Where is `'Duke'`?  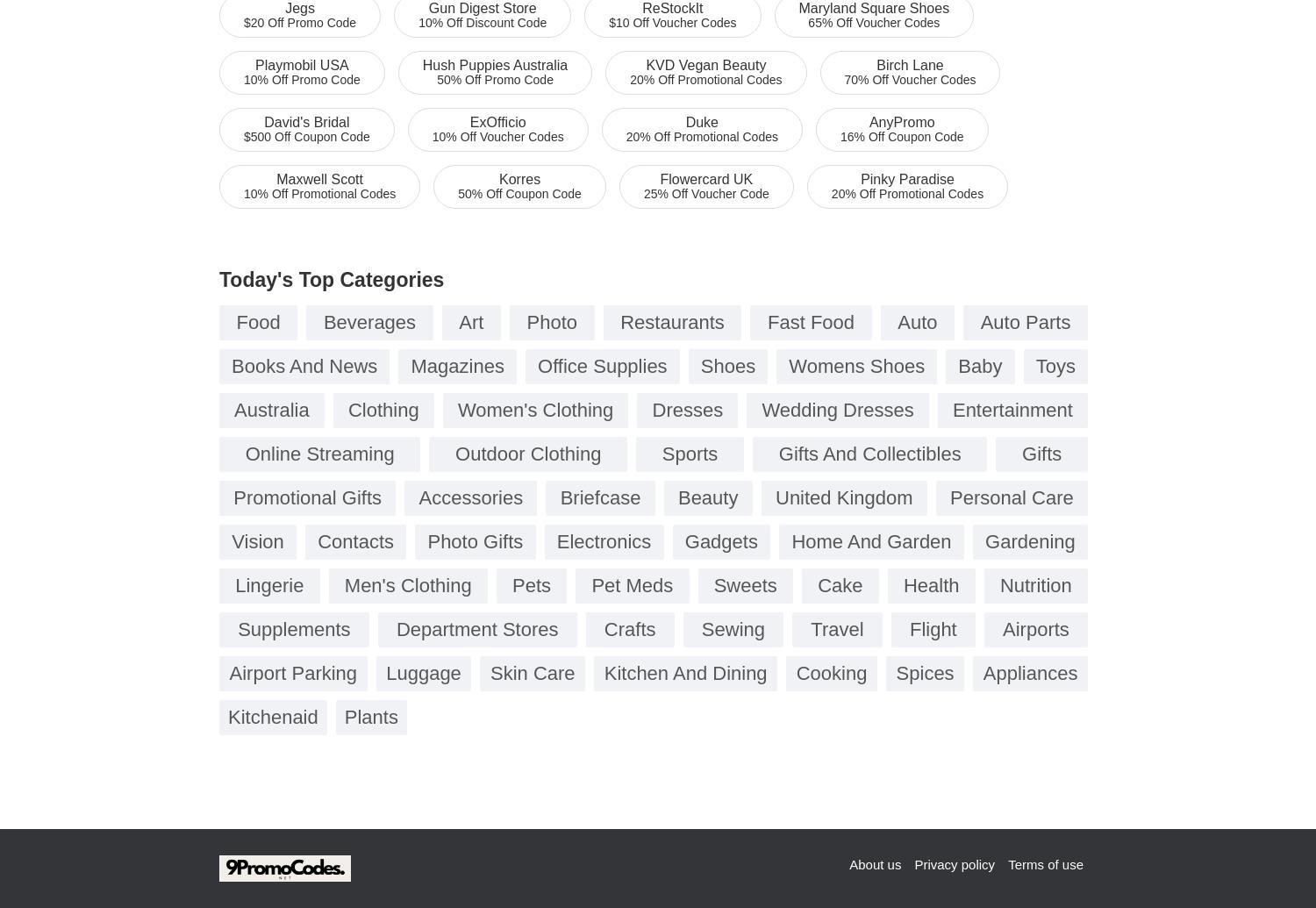 'Duke' is located at coordinates (701, 122).